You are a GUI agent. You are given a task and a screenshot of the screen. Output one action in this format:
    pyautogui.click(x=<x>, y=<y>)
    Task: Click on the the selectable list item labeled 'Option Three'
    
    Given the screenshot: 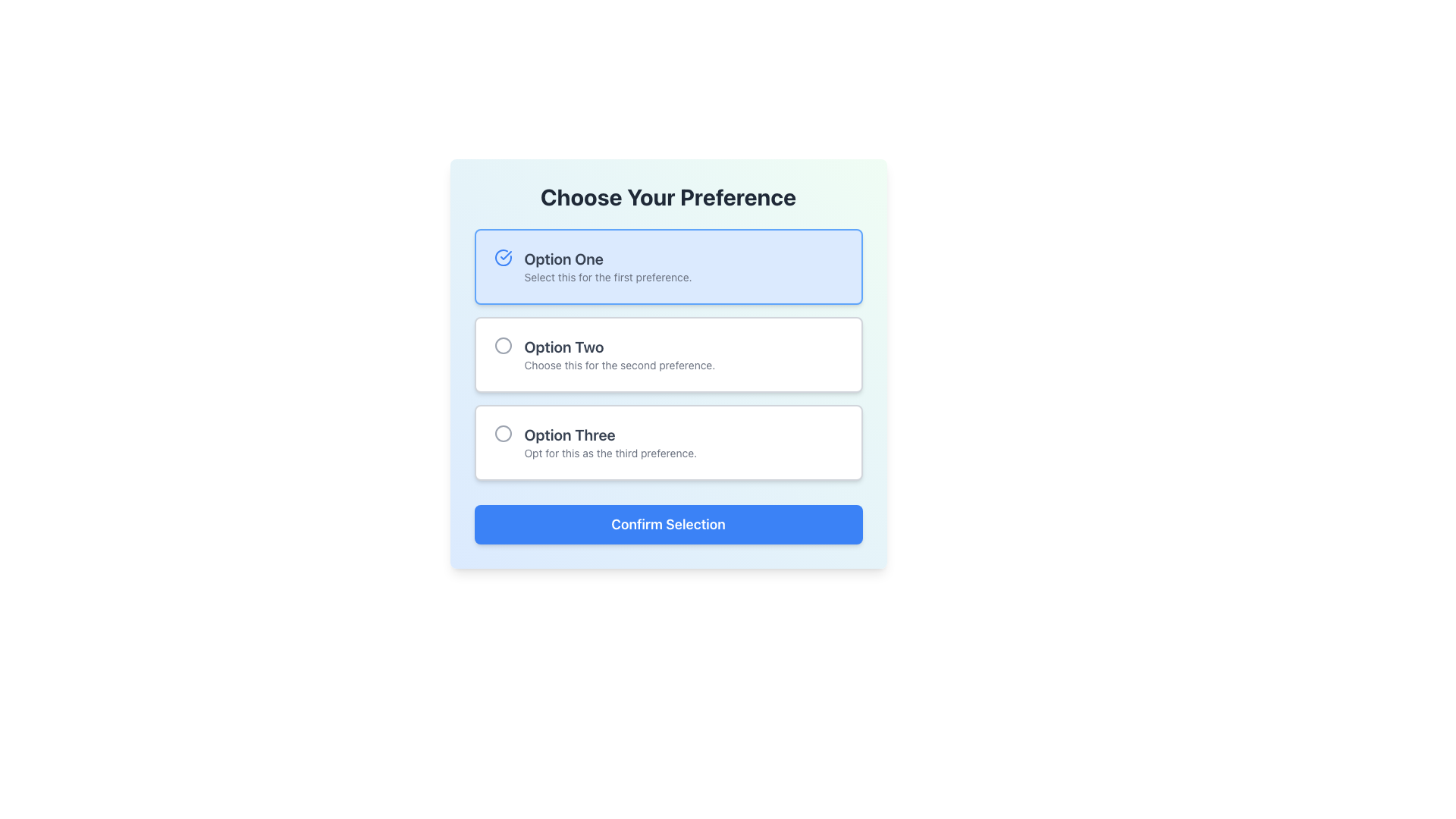 What is the action you would take?
    pyautogui.click(x=667, y=442)
    